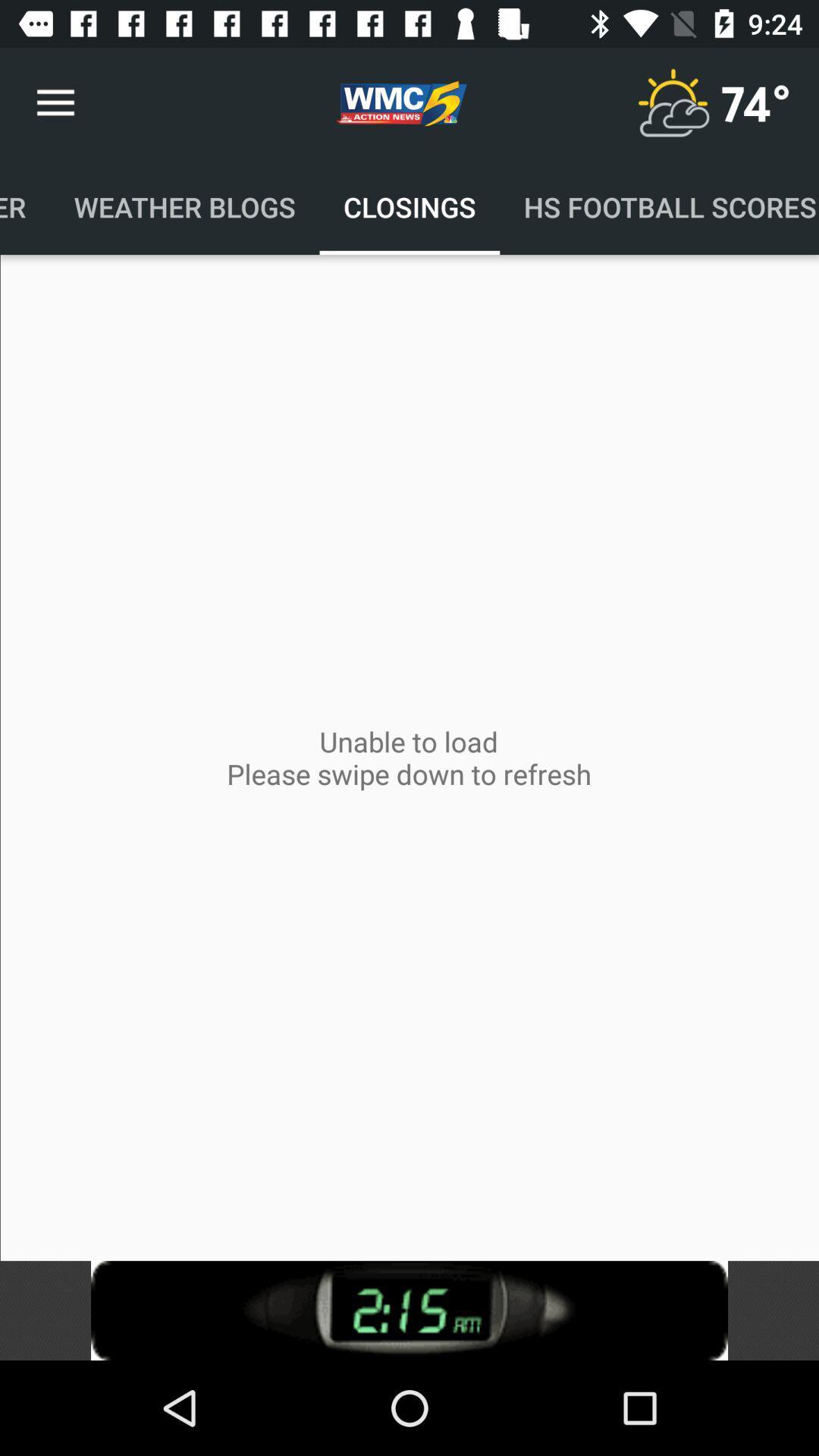 The width and height of the screenshot is (819, 1456). Describe the element at coordinates (409, 1310) in the screenshot. I see `time` at that location.